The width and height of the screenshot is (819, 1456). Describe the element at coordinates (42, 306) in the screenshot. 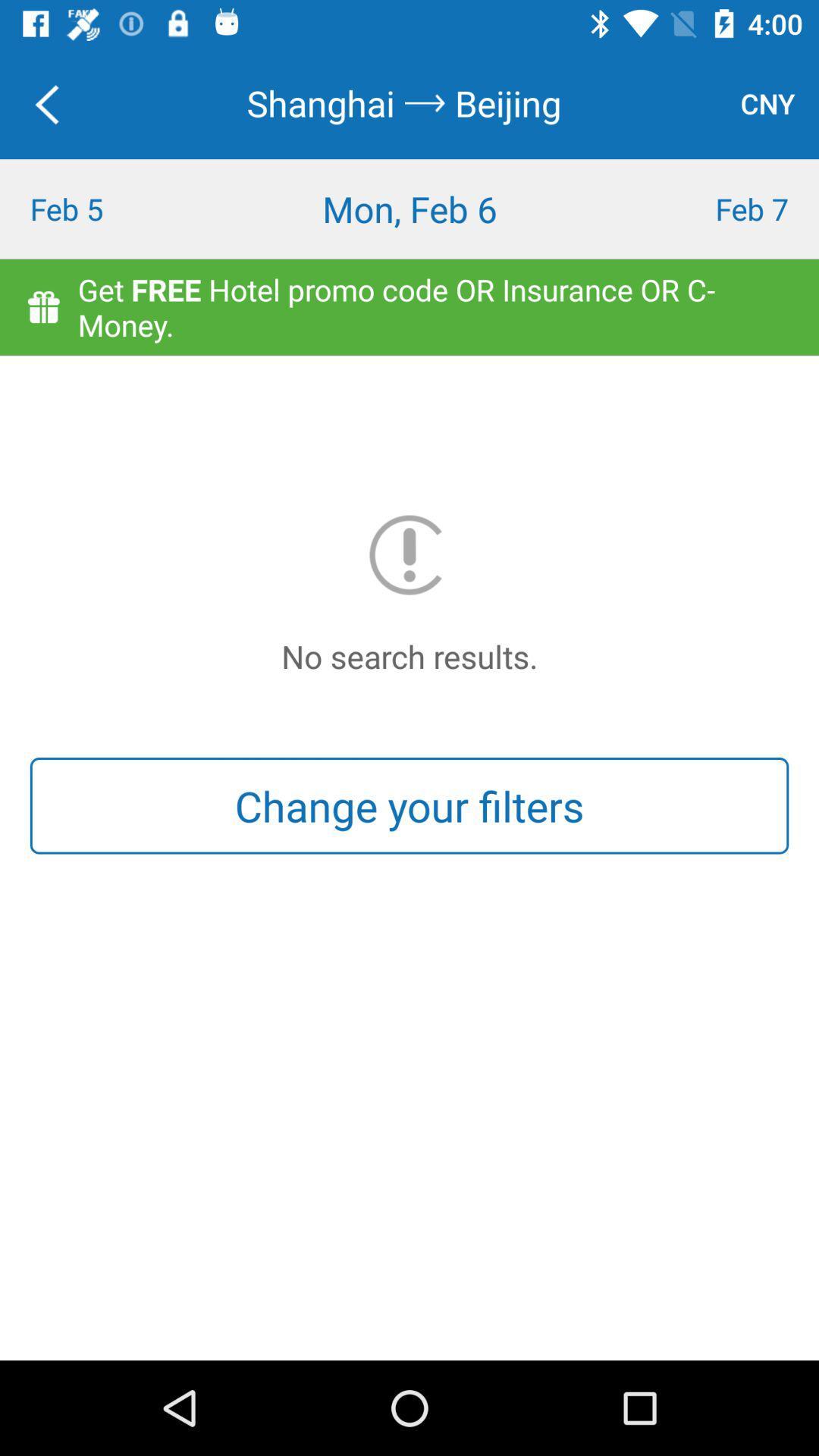

I see `gift icon which is below feb 5` at that location.